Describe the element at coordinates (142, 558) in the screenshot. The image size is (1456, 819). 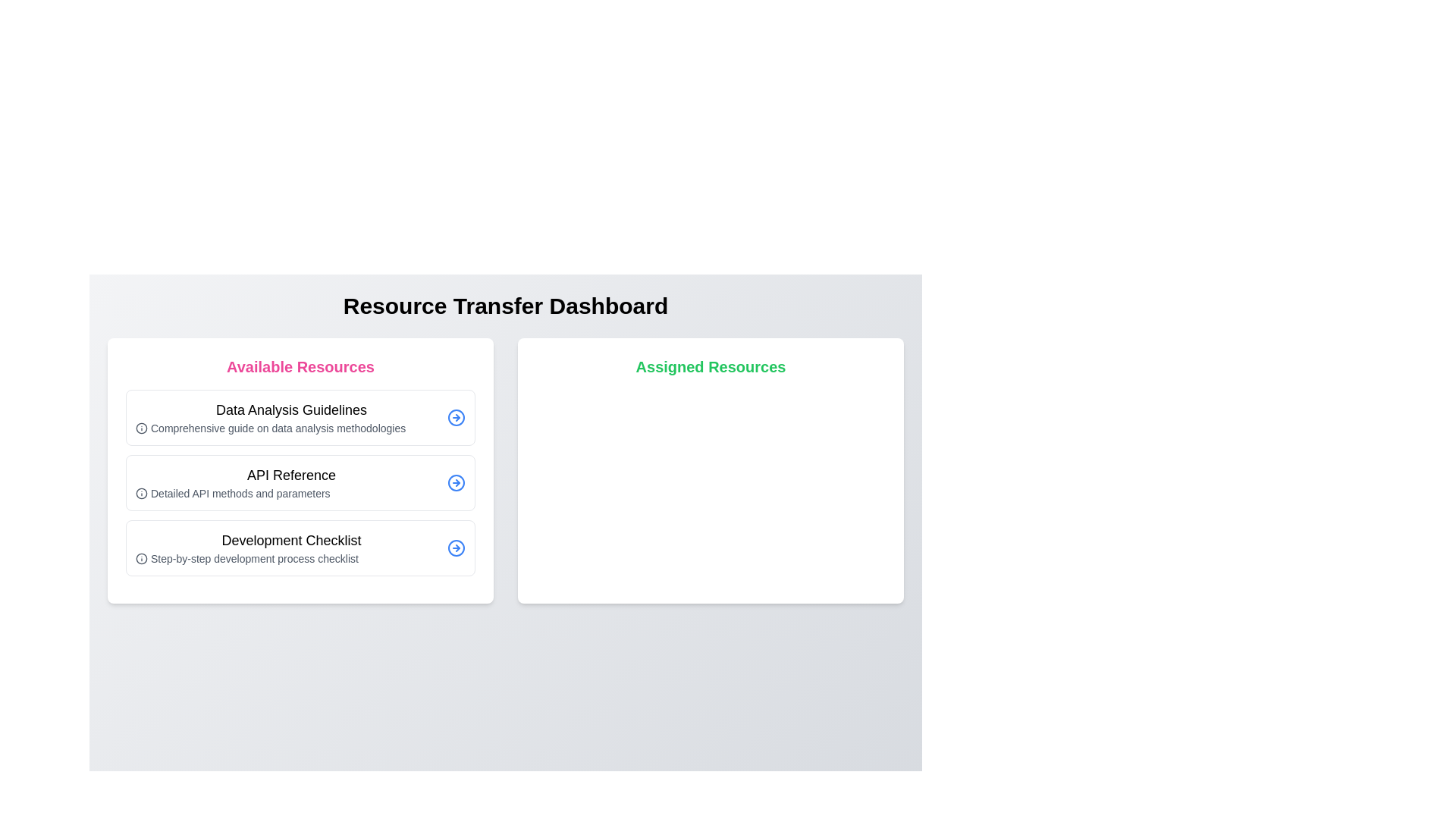
I see `the circular information icon located to the left of the text 'Step-by-step development process checklist'` at that location.